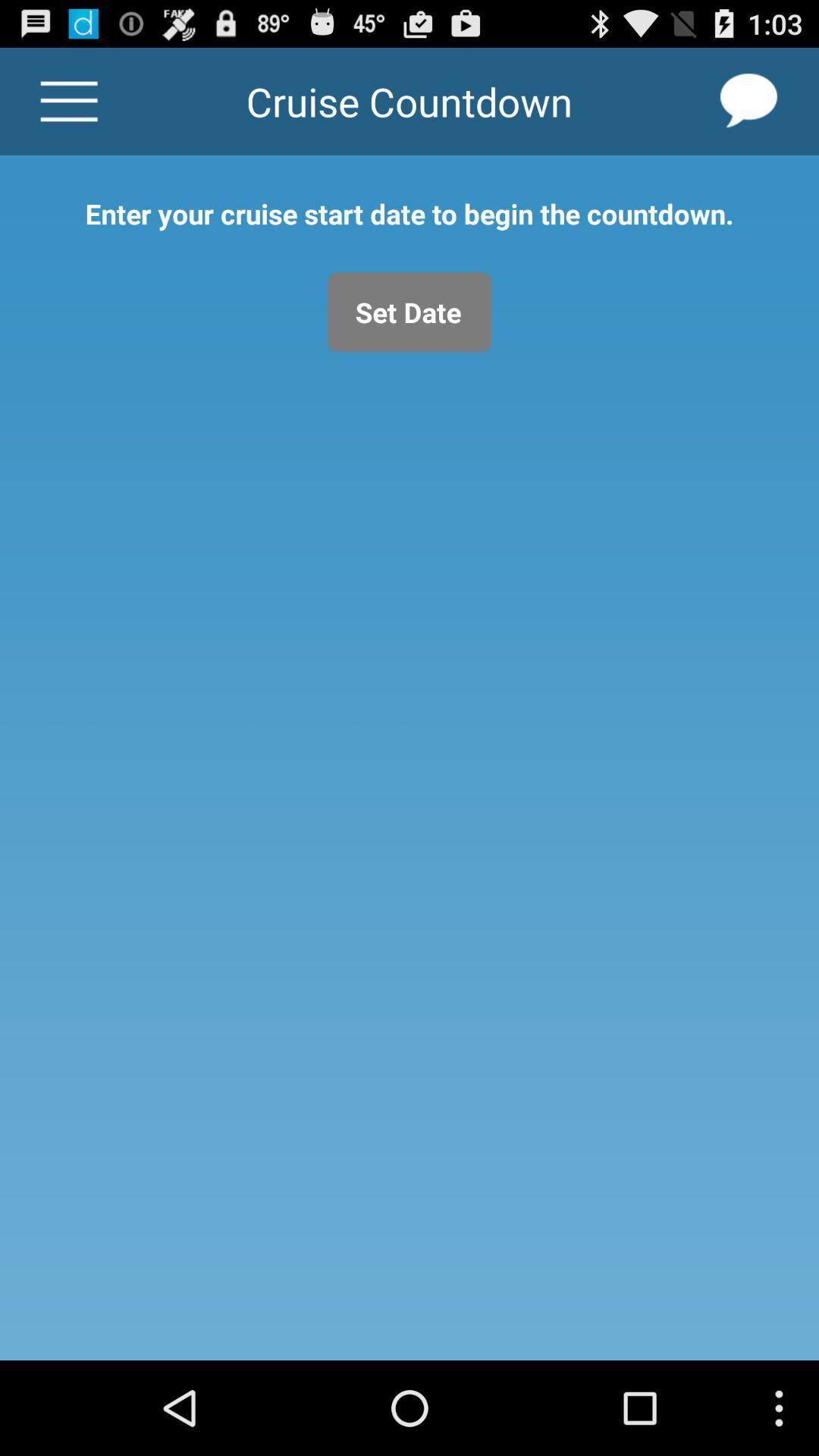 The image size is (819, 1456). I want to click on set date icon, so click(409, 311).